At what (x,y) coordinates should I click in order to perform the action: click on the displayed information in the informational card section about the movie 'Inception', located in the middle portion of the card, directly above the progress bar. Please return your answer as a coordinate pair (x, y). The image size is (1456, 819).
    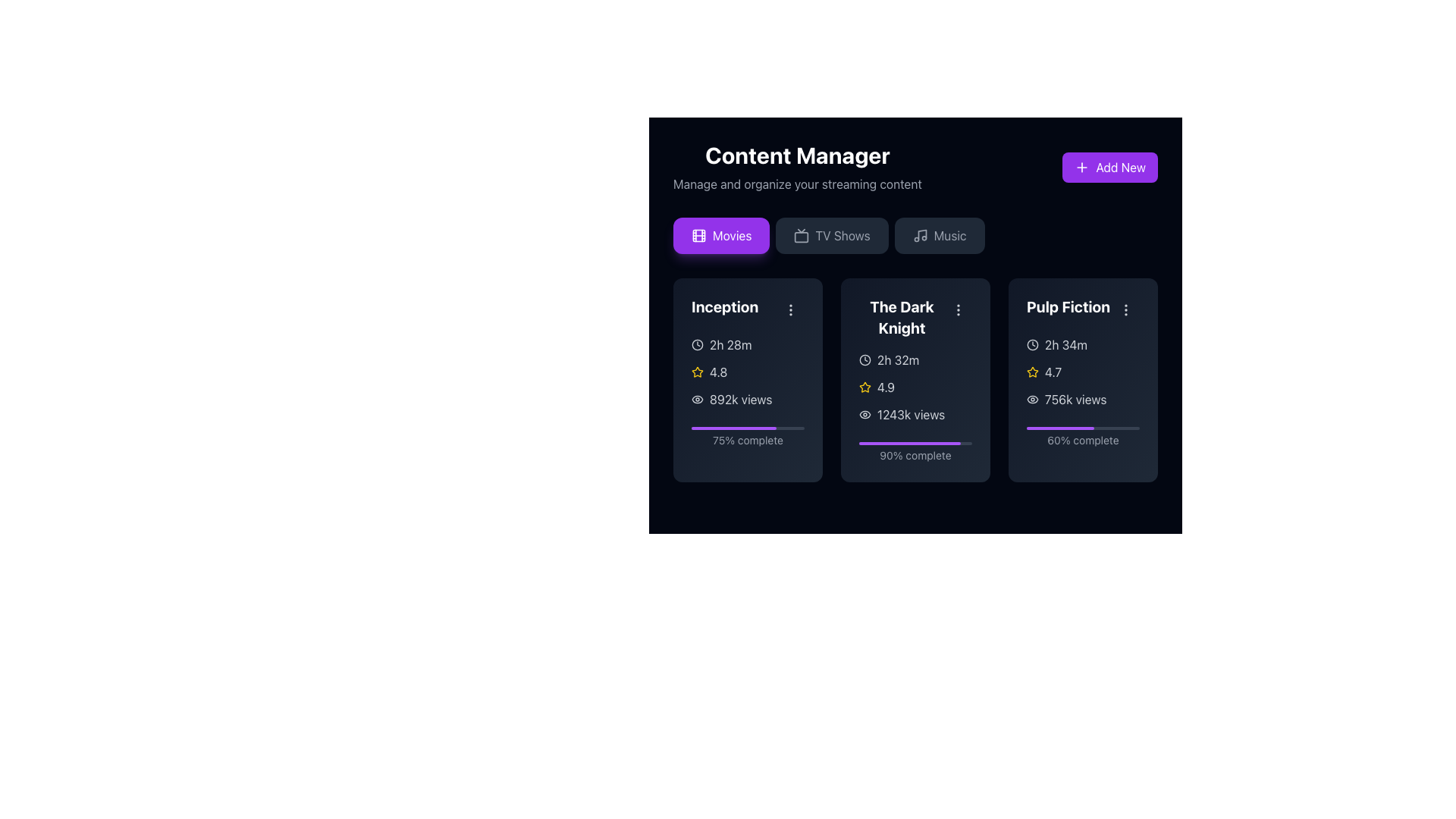
    Looking at the image, I should click on (748, 372).